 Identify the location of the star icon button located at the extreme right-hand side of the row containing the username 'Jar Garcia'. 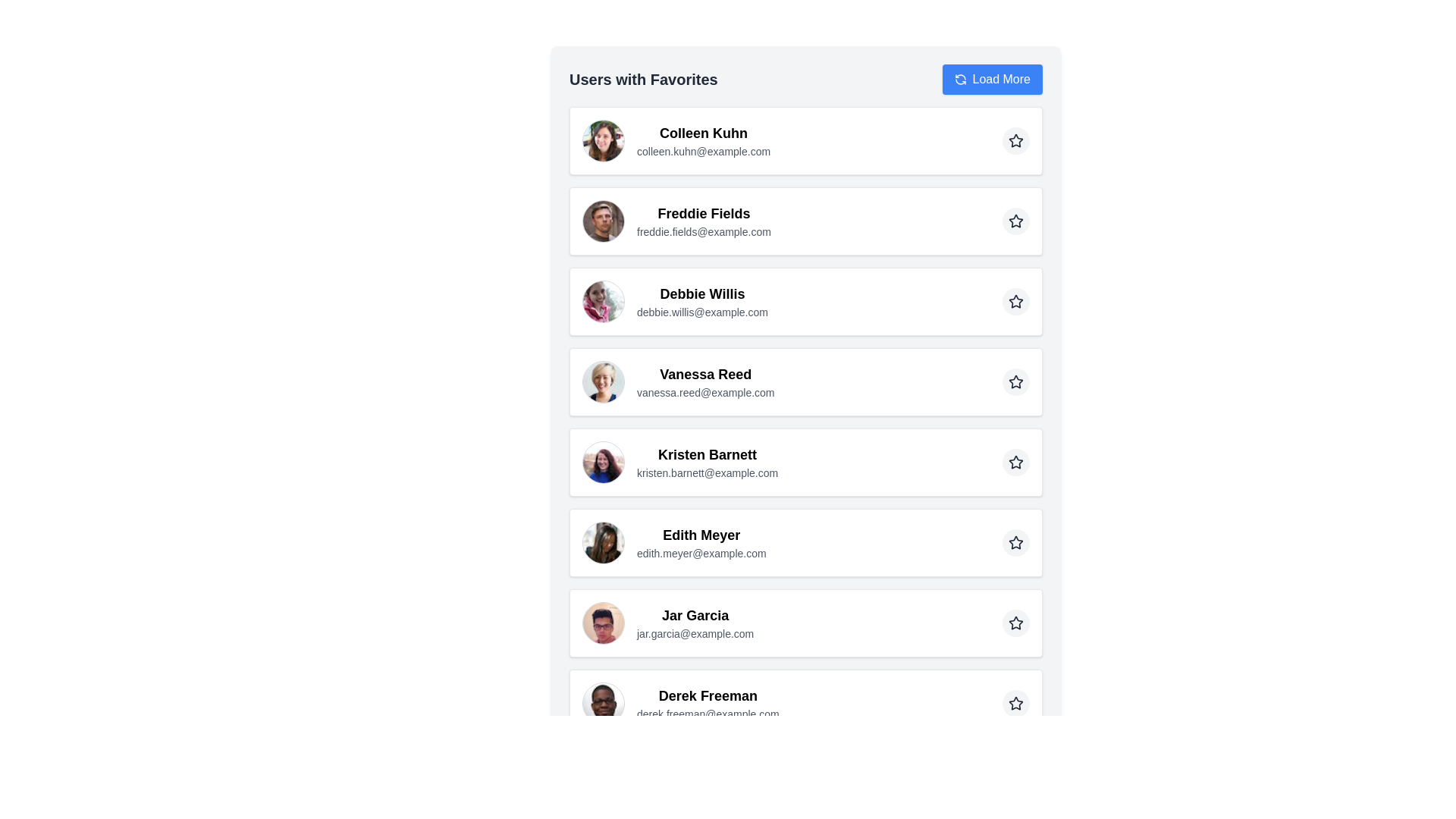
(1015, 623).